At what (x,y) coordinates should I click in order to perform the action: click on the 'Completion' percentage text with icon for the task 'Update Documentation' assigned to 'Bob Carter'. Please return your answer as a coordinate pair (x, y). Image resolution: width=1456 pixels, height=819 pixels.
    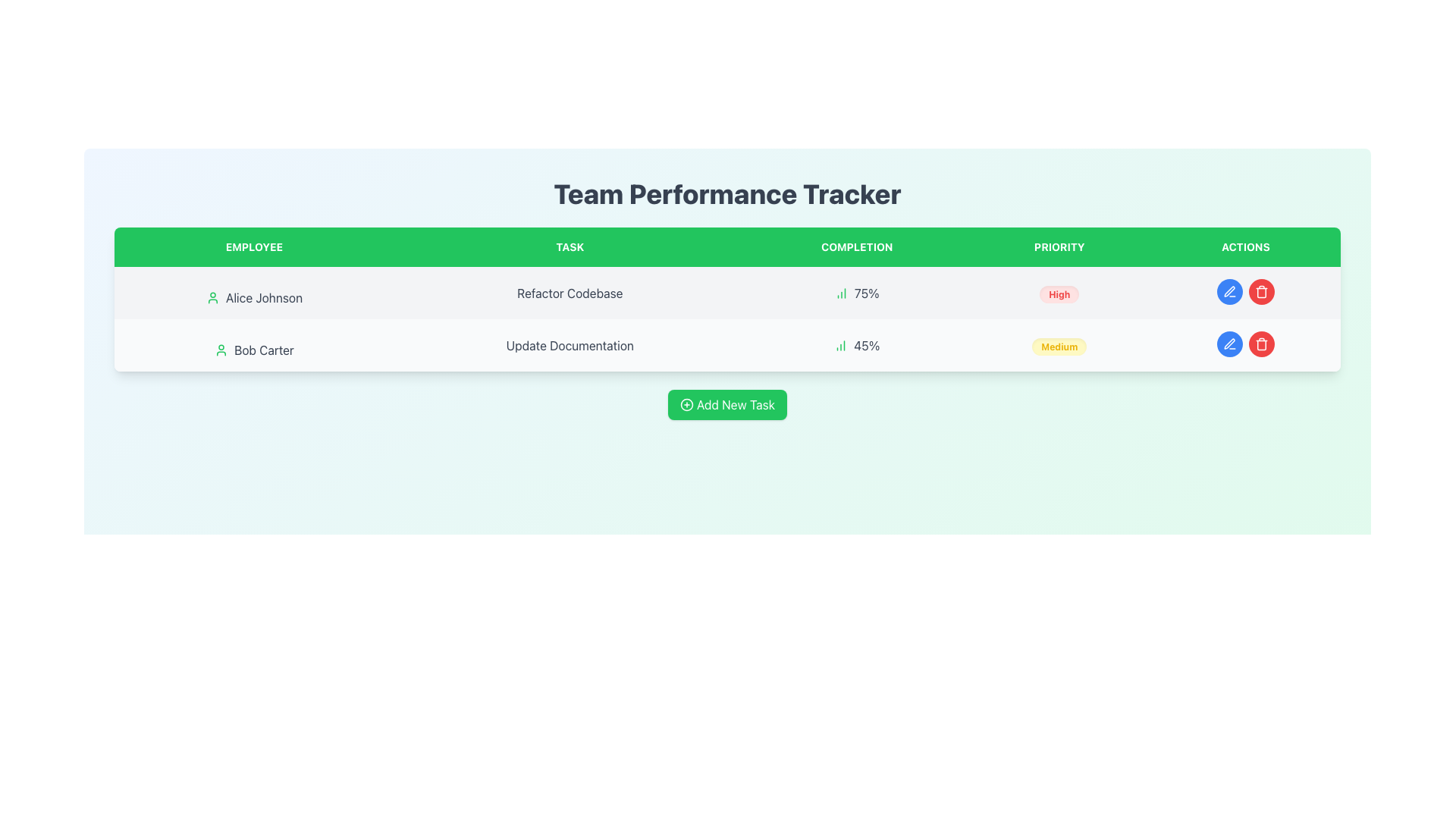
    Looking at the image, I should click on (856, 345).